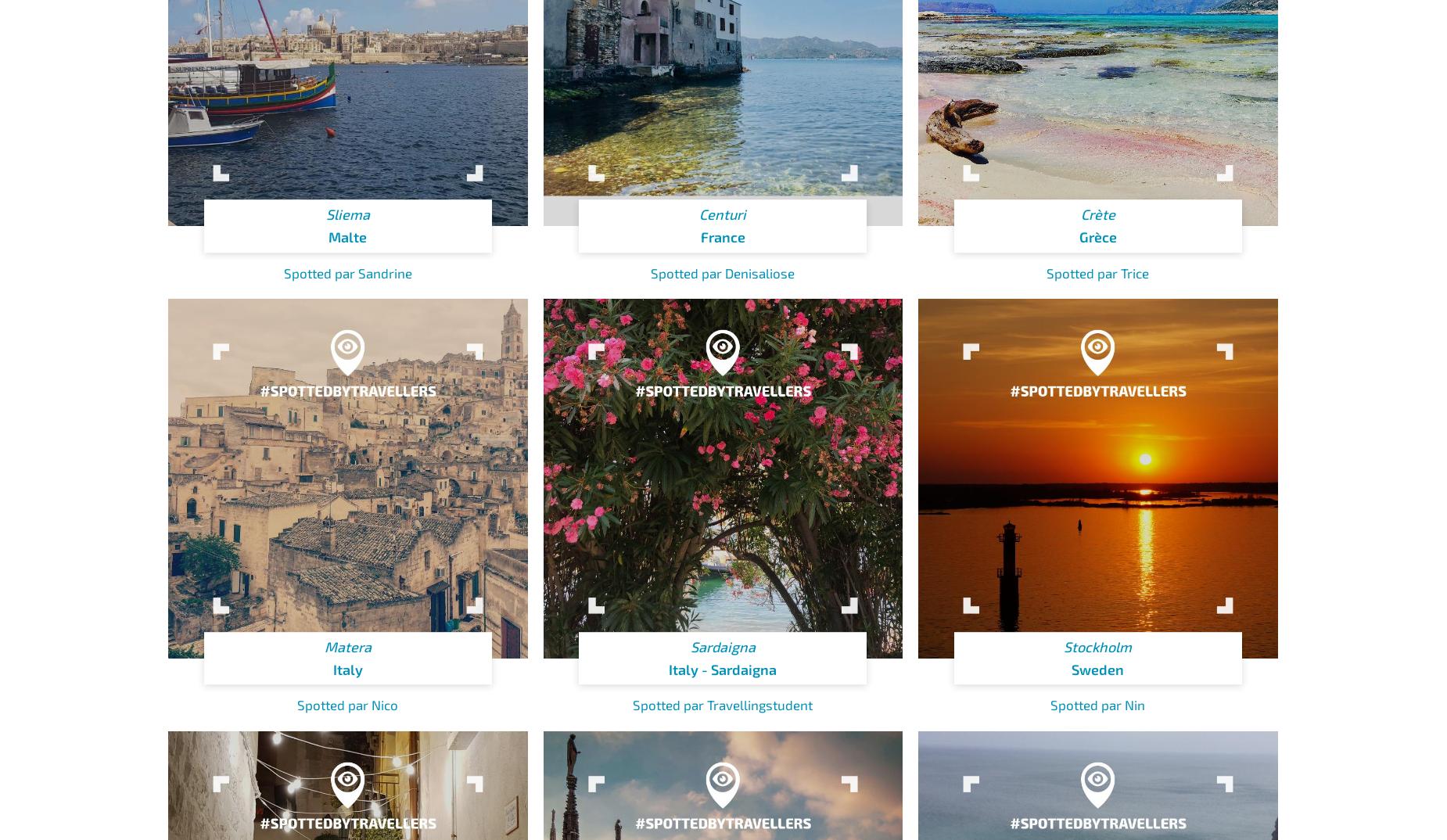 The image size is (1447, 840). Describe the element at coordinates (723, 703) in the screenshot. I see `'Spotted par Travellingstudent'` at that location.